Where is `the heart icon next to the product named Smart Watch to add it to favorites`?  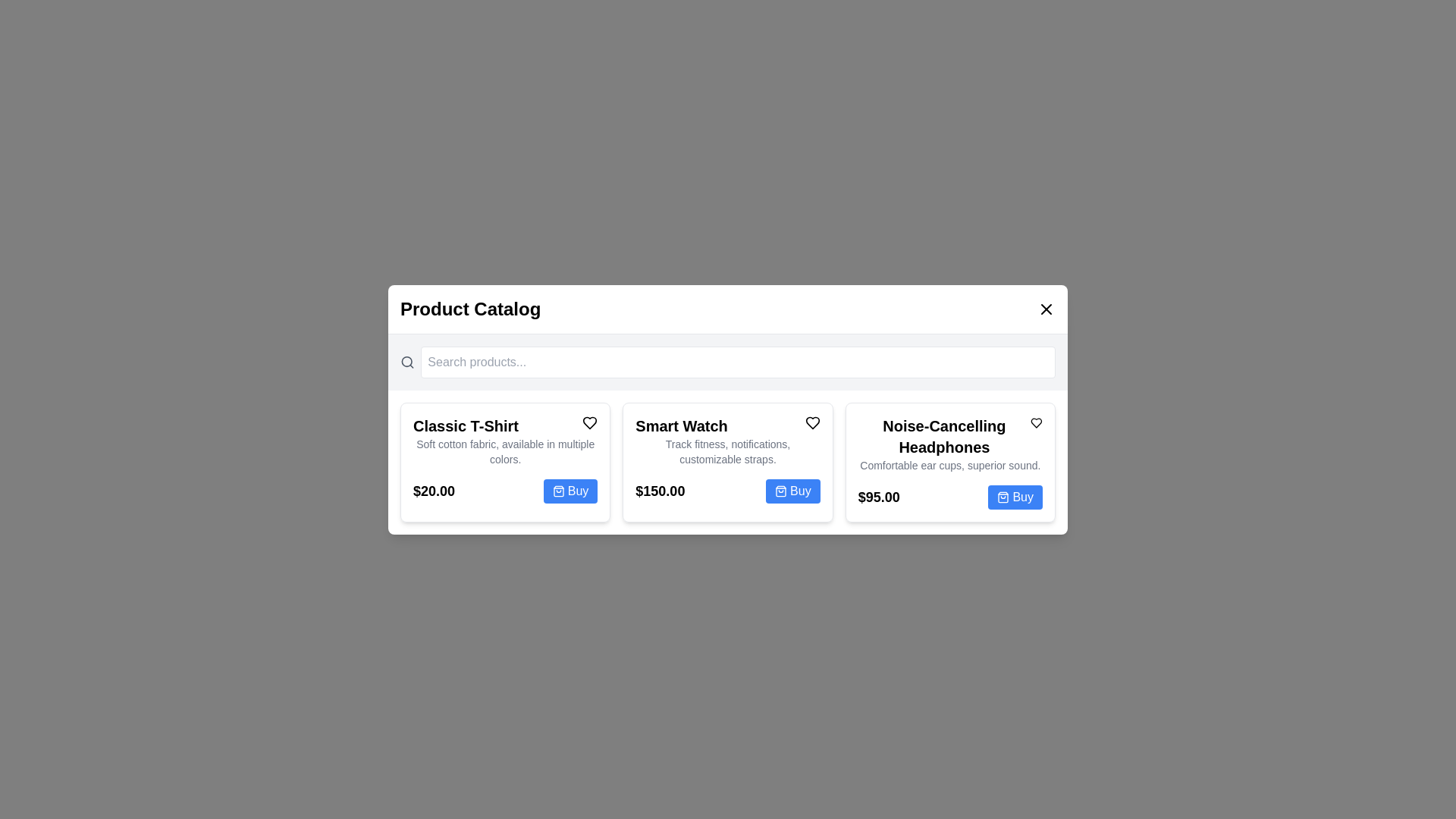 the heart icon next to the product named Smart Watch to add it to favorites is located at coordinates (811, 422).